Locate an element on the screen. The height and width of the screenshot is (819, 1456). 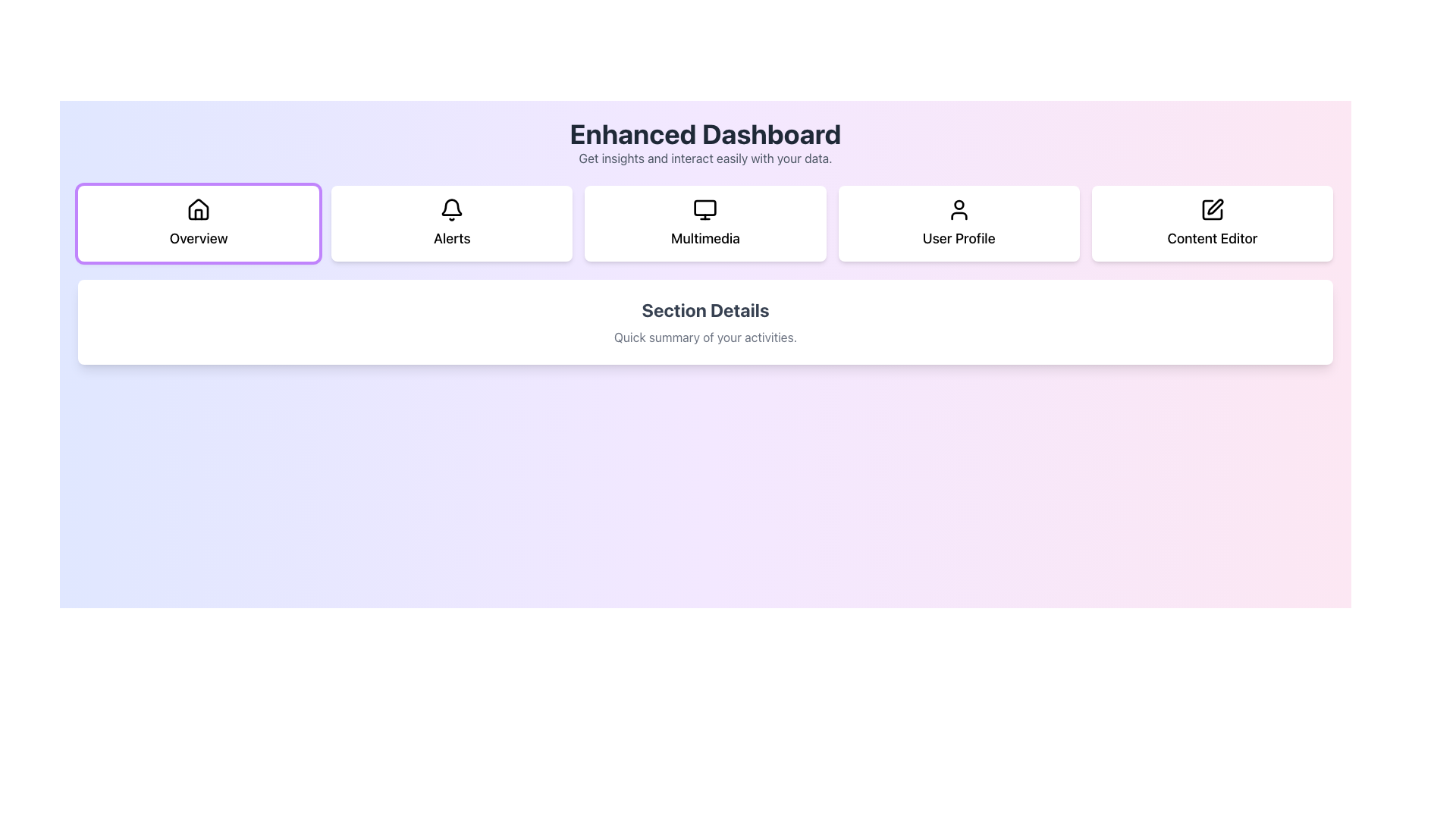
the navigation button located at the far left of the grid layout is located at coordinates (198, 223).